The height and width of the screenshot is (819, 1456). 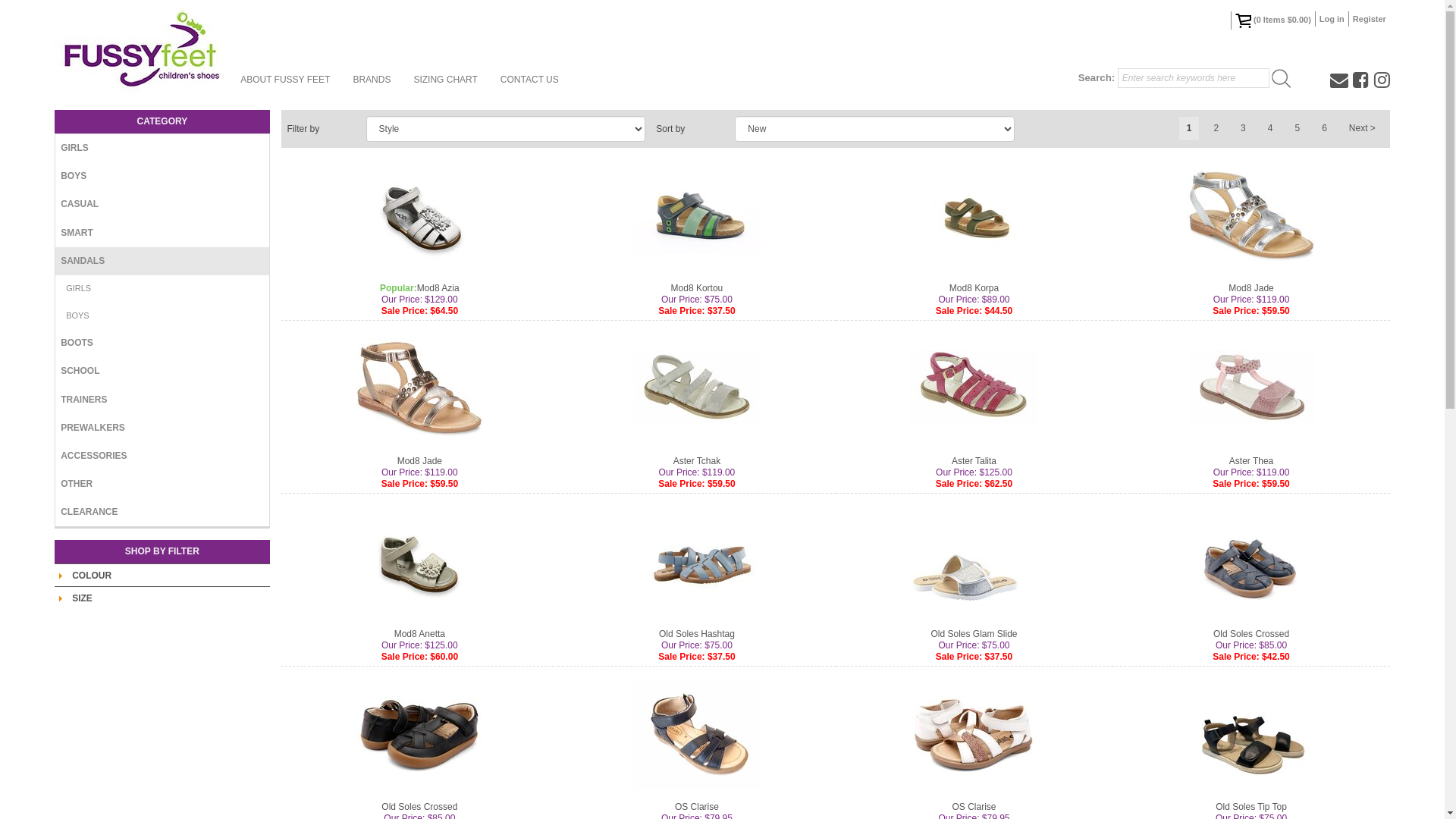 I want to click on 'Aster Thea-sandals-Fussy Feet - Childrens Shoes', so click(x=1251, y=388).